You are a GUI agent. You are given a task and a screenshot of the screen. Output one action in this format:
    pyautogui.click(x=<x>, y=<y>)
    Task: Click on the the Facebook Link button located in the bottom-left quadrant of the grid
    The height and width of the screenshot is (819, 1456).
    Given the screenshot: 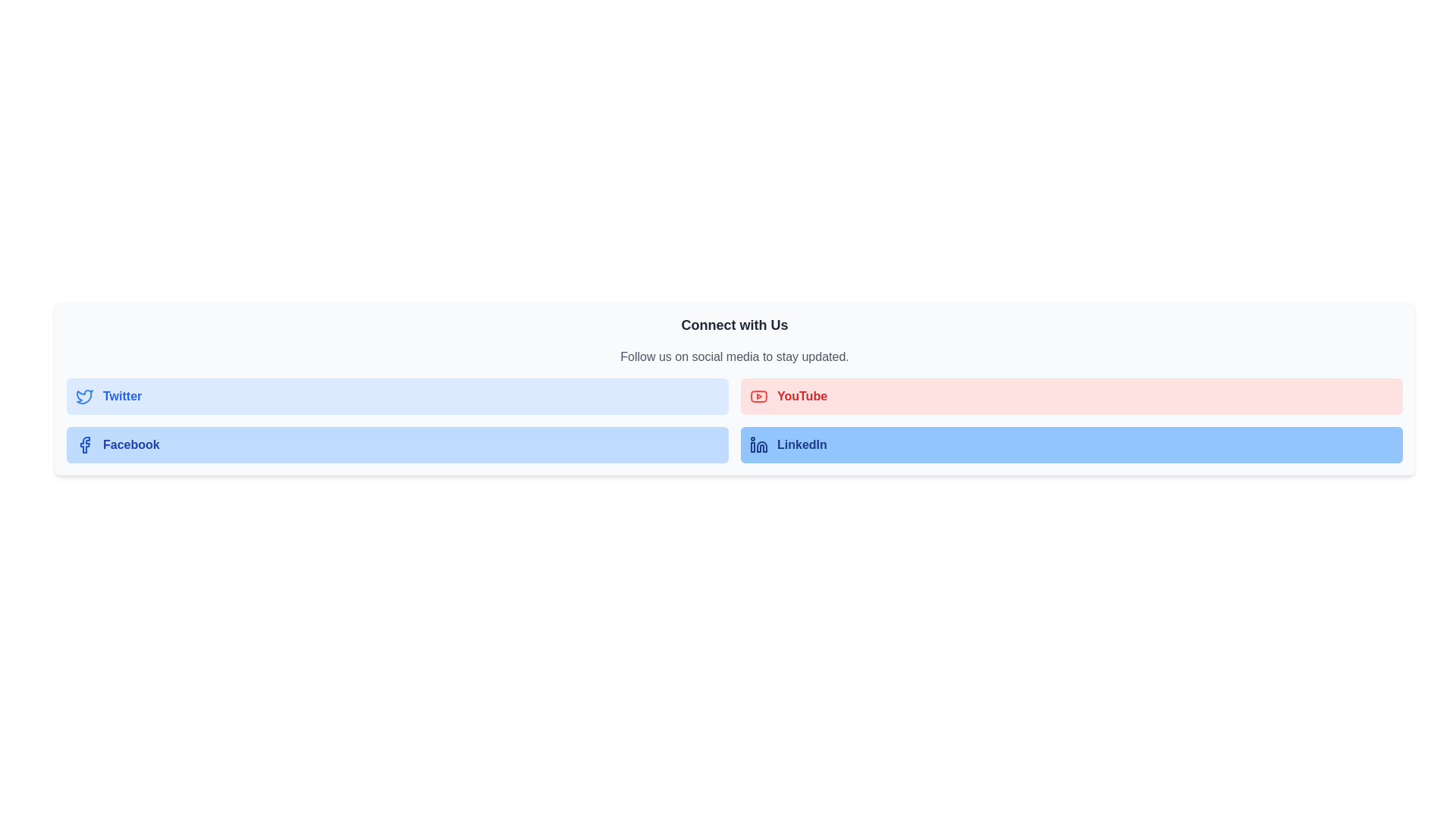 What is the action you would take?
    pyautogui.click(x=397, y=444)
    